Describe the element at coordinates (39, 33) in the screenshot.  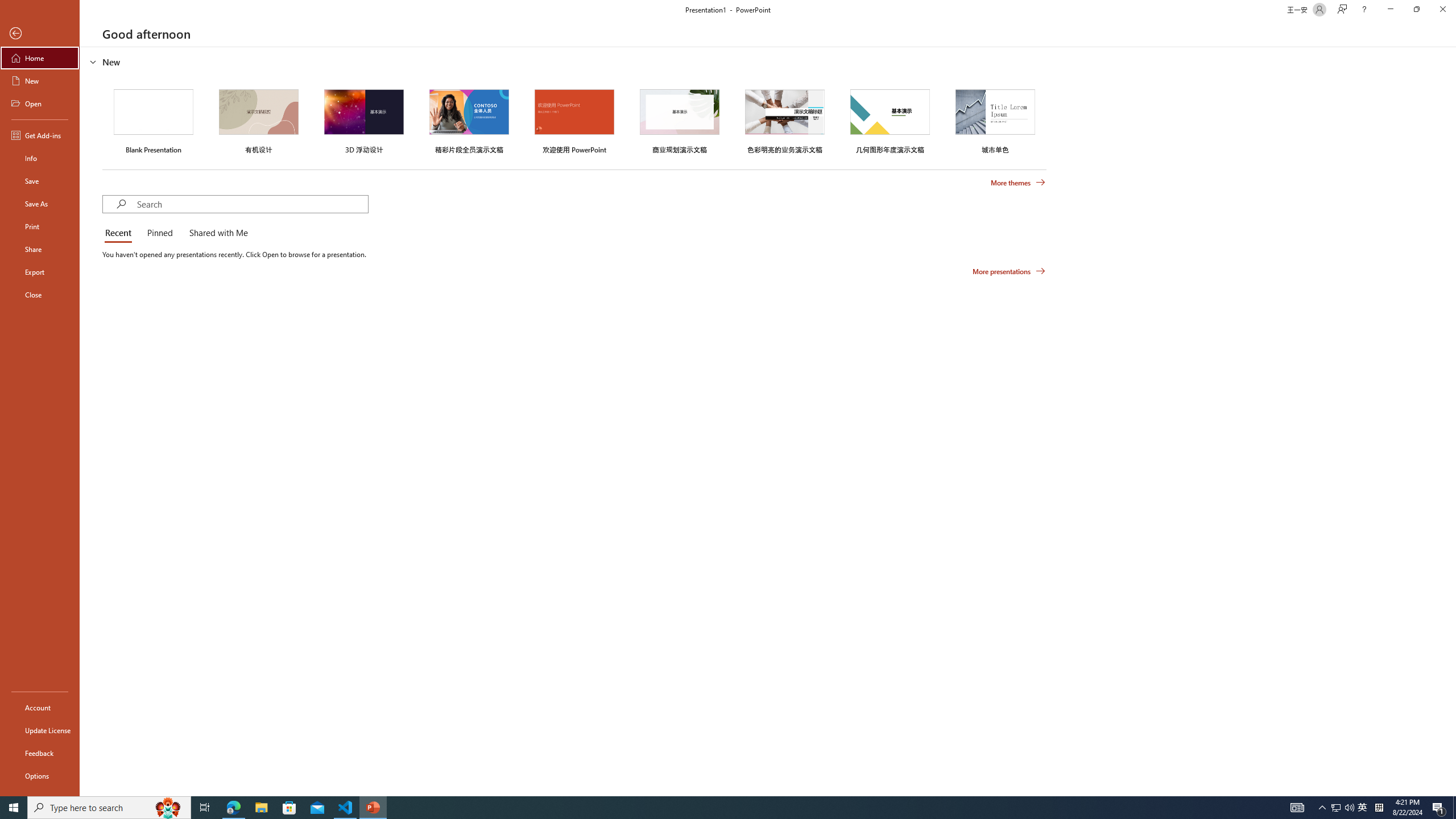
I see `'Back'` at that location.